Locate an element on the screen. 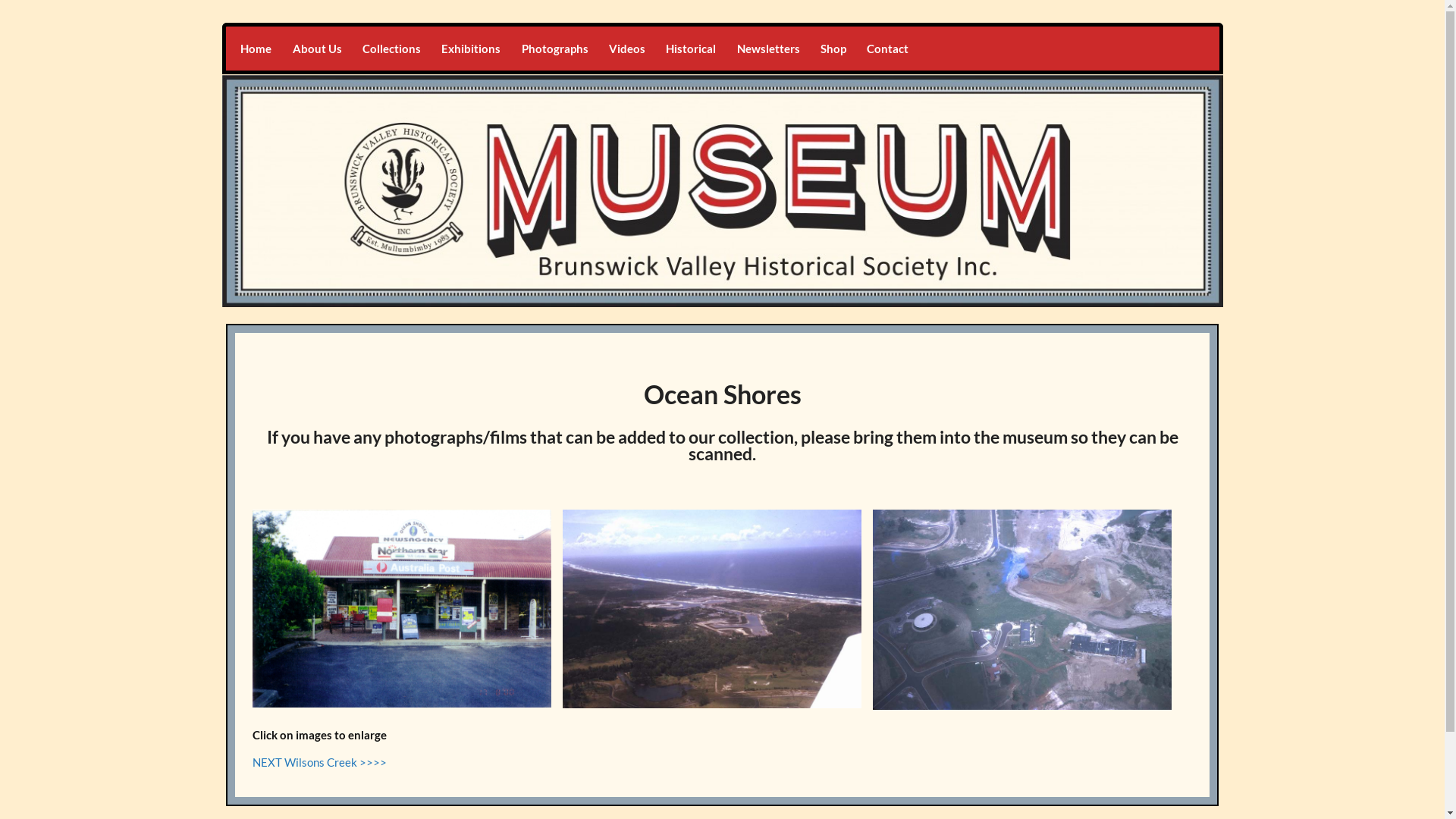 The image size is (1456, 819). 'Videos' is located at coordinates (626, 48).